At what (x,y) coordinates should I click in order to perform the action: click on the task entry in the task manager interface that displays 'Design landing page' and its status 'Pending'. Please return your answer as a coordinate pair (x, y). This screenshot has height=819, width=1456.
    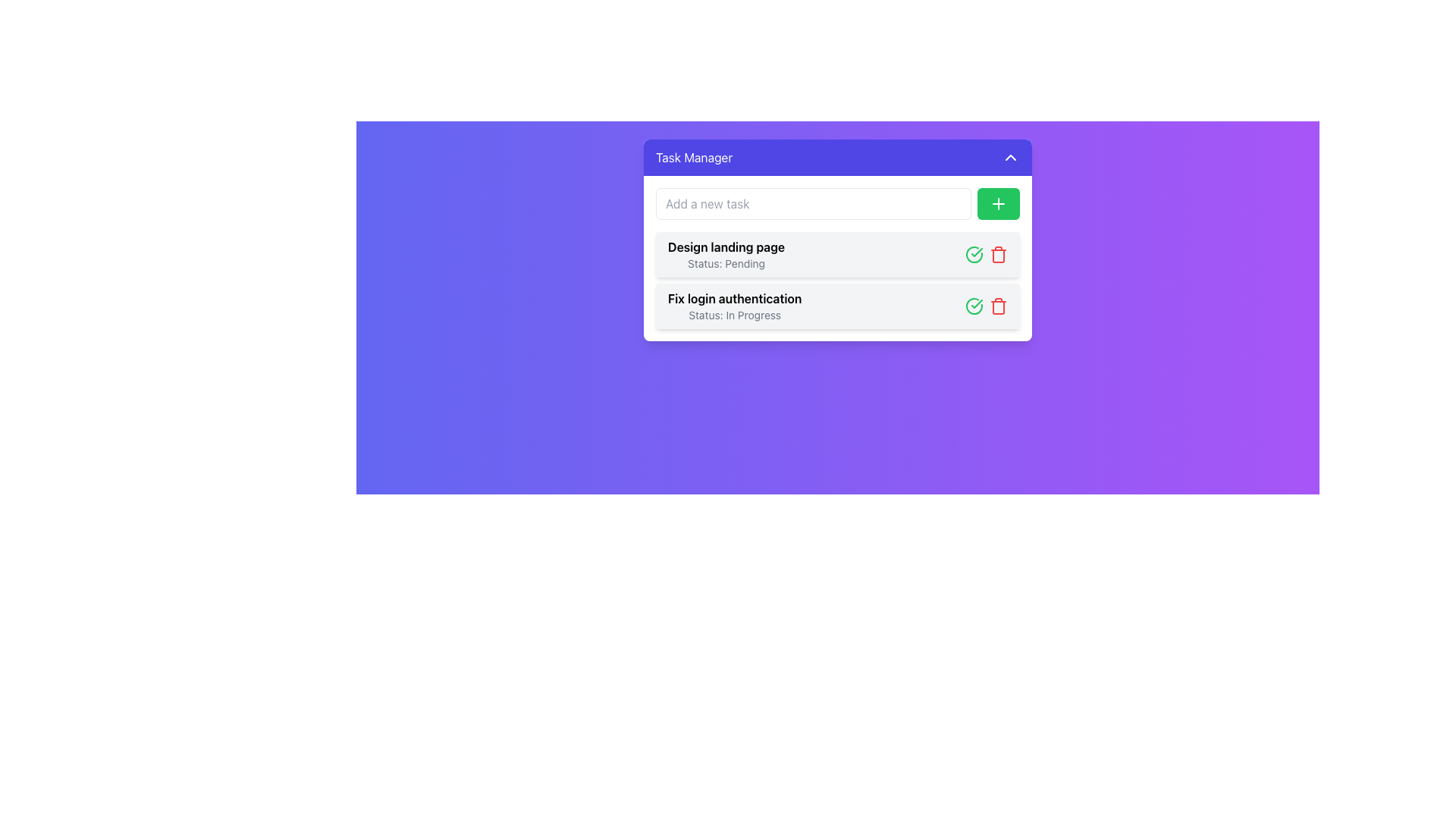
    Looking at the image, I should click on (836, 253).